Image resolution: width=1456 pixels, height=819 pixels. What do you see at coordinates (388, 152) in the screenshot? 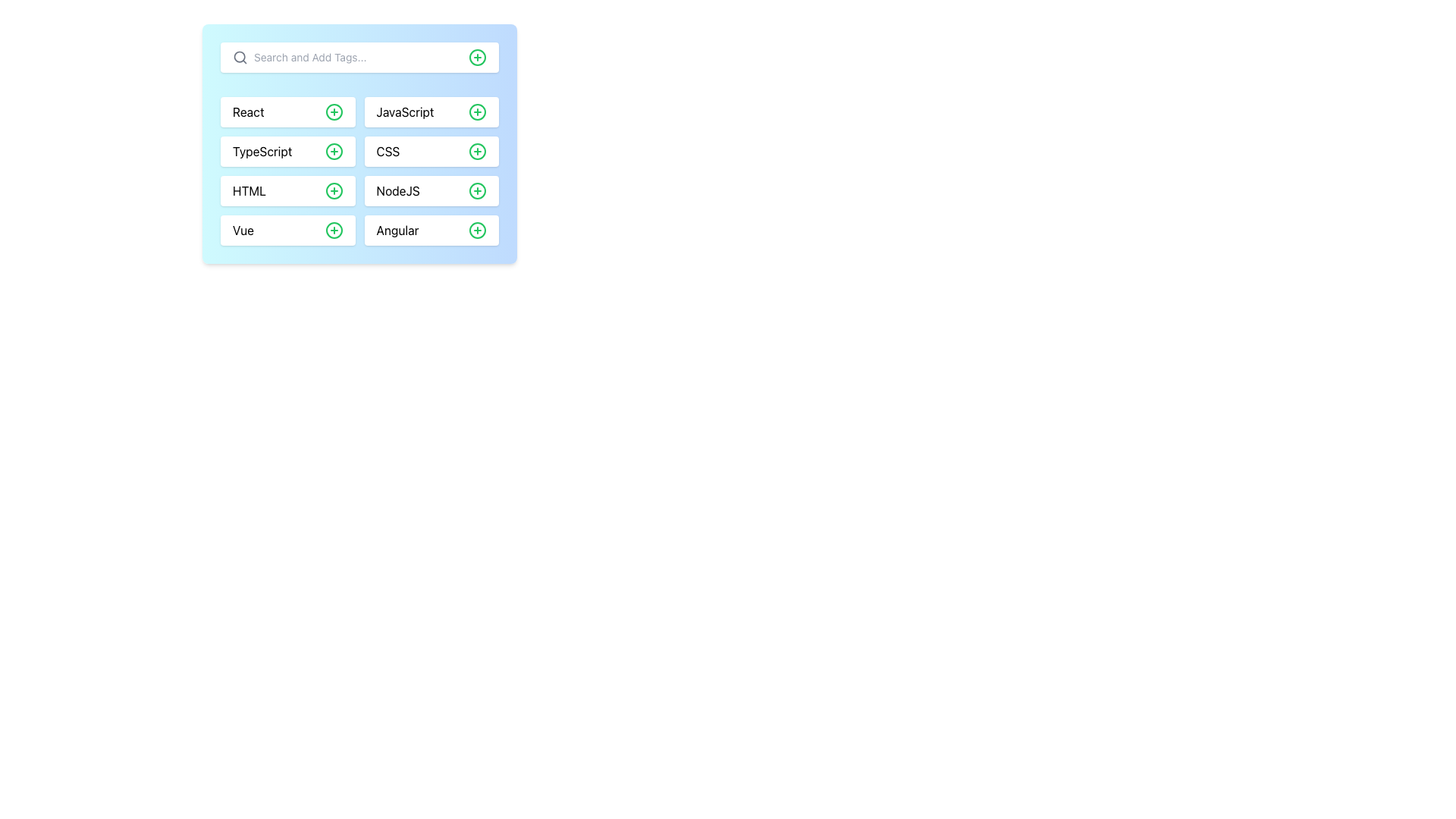
I see `the static text label component that displays 'CSS', which is positioned to the left of an addition icon in the grid layout` at bounding box center [388, 152].